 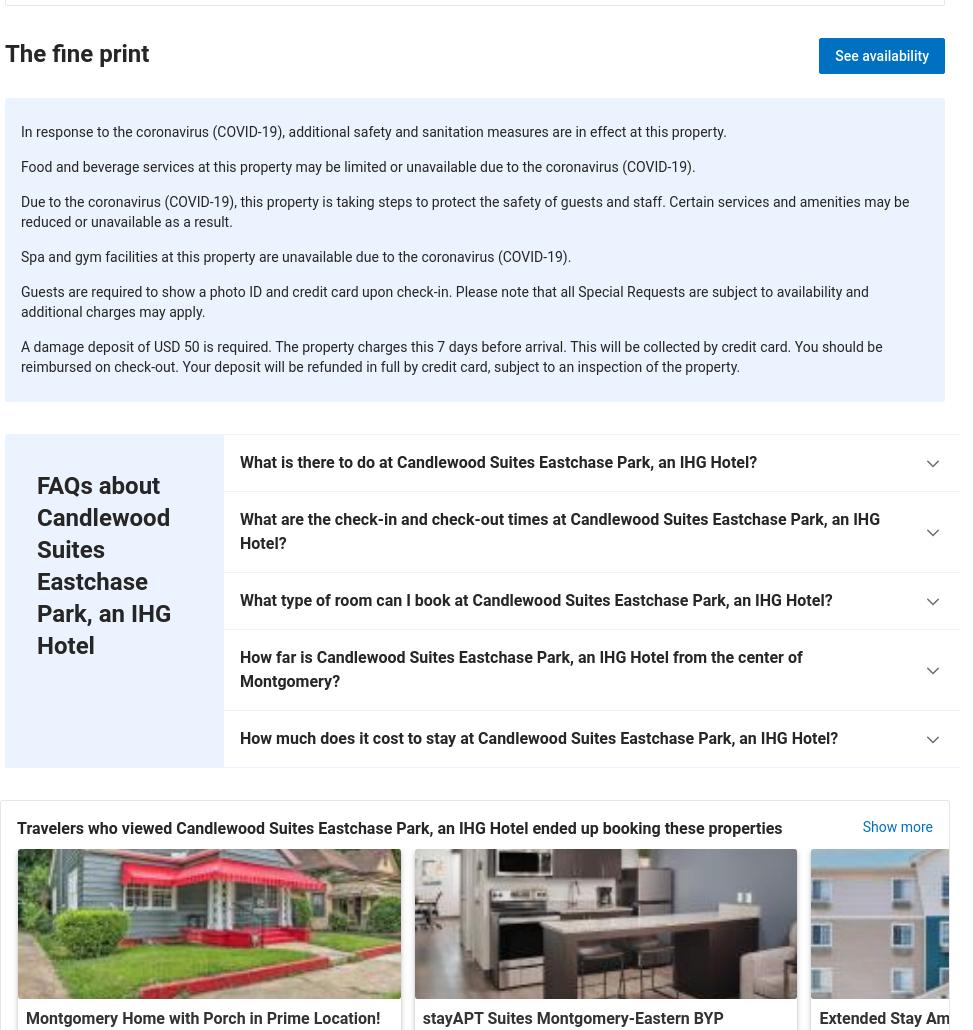 I want to click on 'Food and beverage services at this property may be limited or unavailable due to the coronavirus (COVID-19).', so click(x=356, y=165).